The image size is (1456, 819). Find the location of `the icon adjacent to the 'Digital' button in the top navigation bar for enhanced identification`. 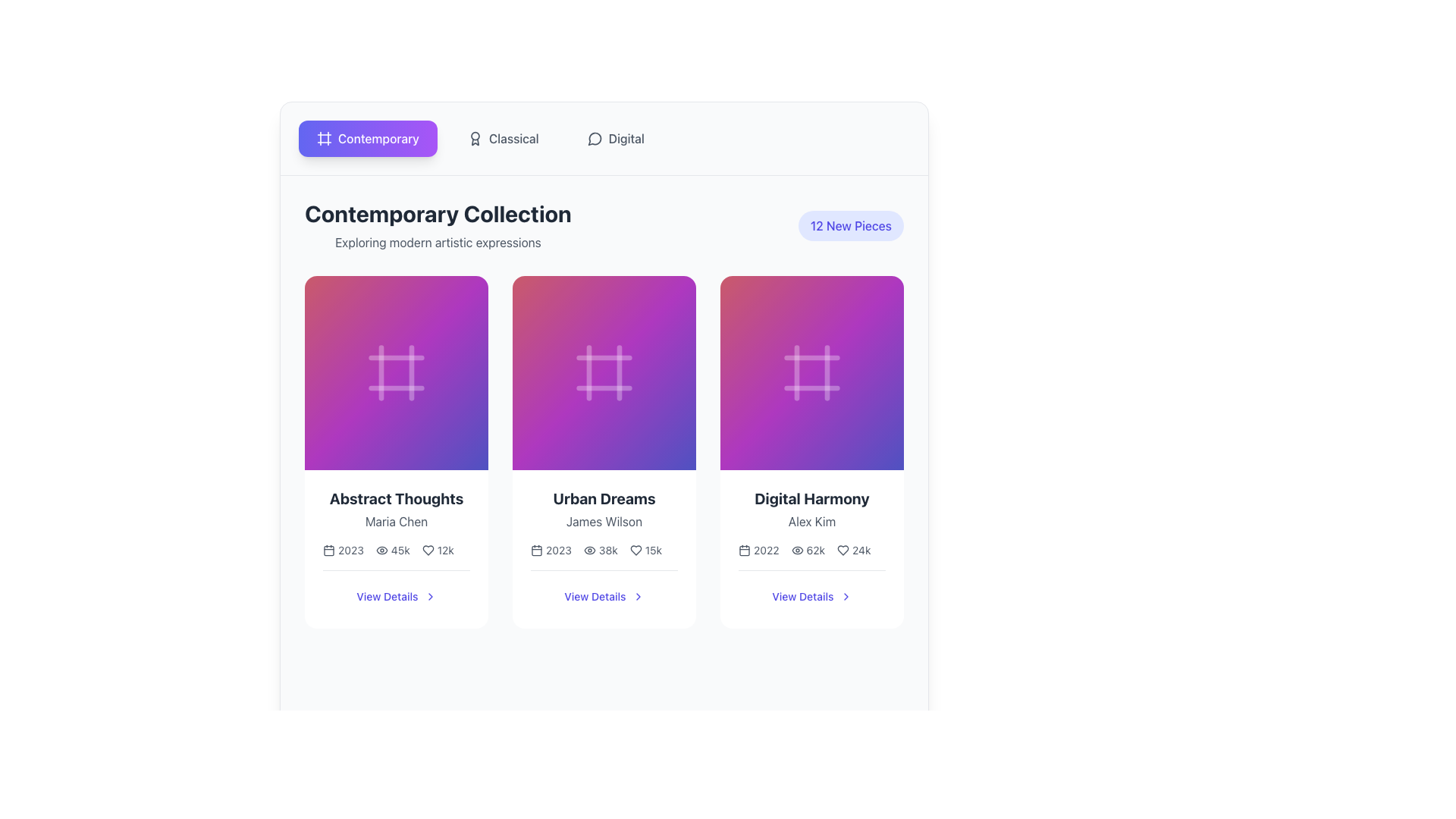

the icon adjacent to the 'Digital' button in the top navigation bar for enhanced identification is located at coordinates (594, 139).